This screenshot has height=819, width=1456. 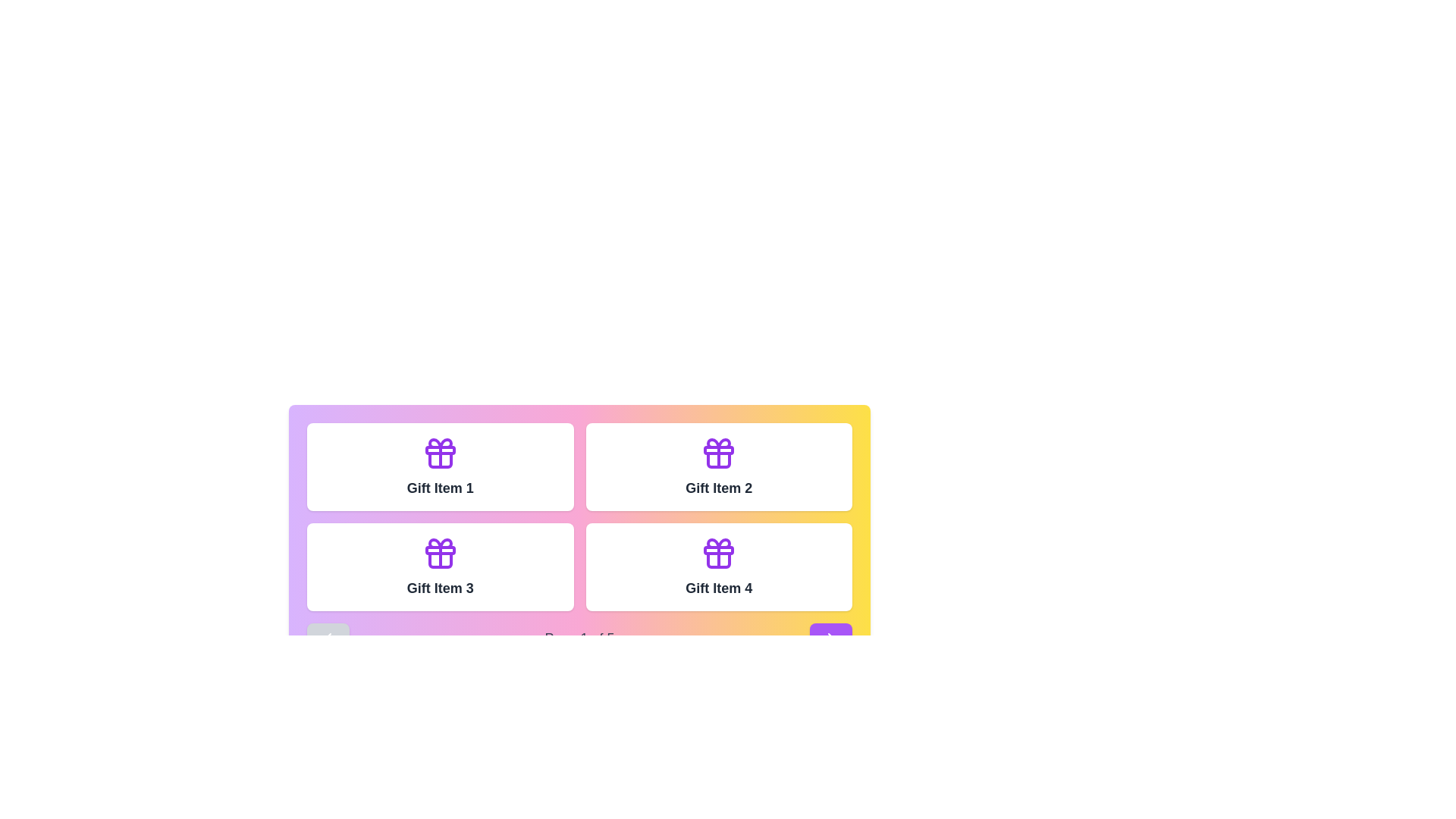 I want to click on the stylized bow decorative element of the gift icon, which is located in the lower left position of the third card in a grid layout, above the 'Gift Item 3' label, so click(x=439, y=543).